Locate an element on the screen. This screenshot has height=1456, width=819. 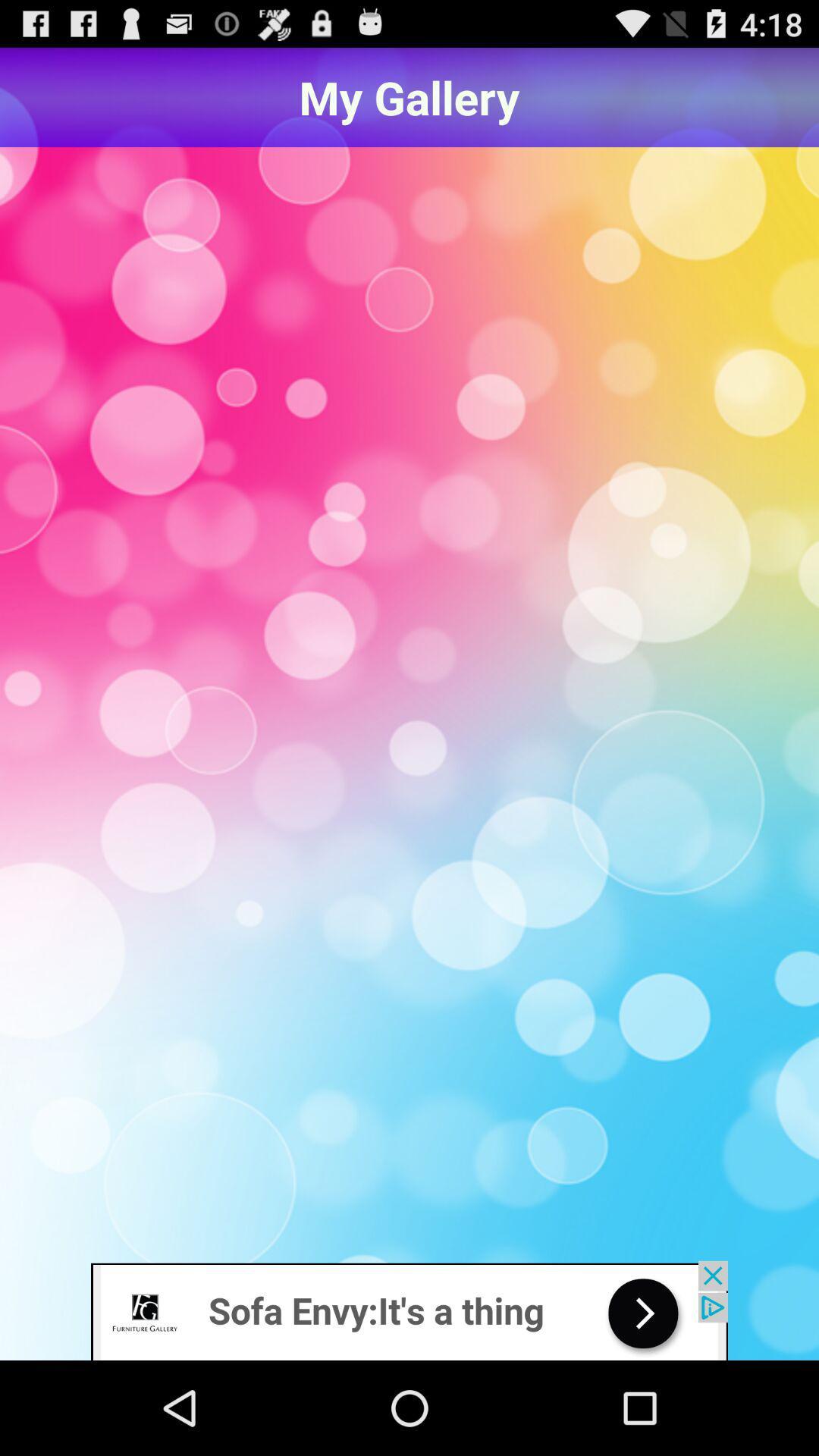
gallery is located at coordinates (409, 705).